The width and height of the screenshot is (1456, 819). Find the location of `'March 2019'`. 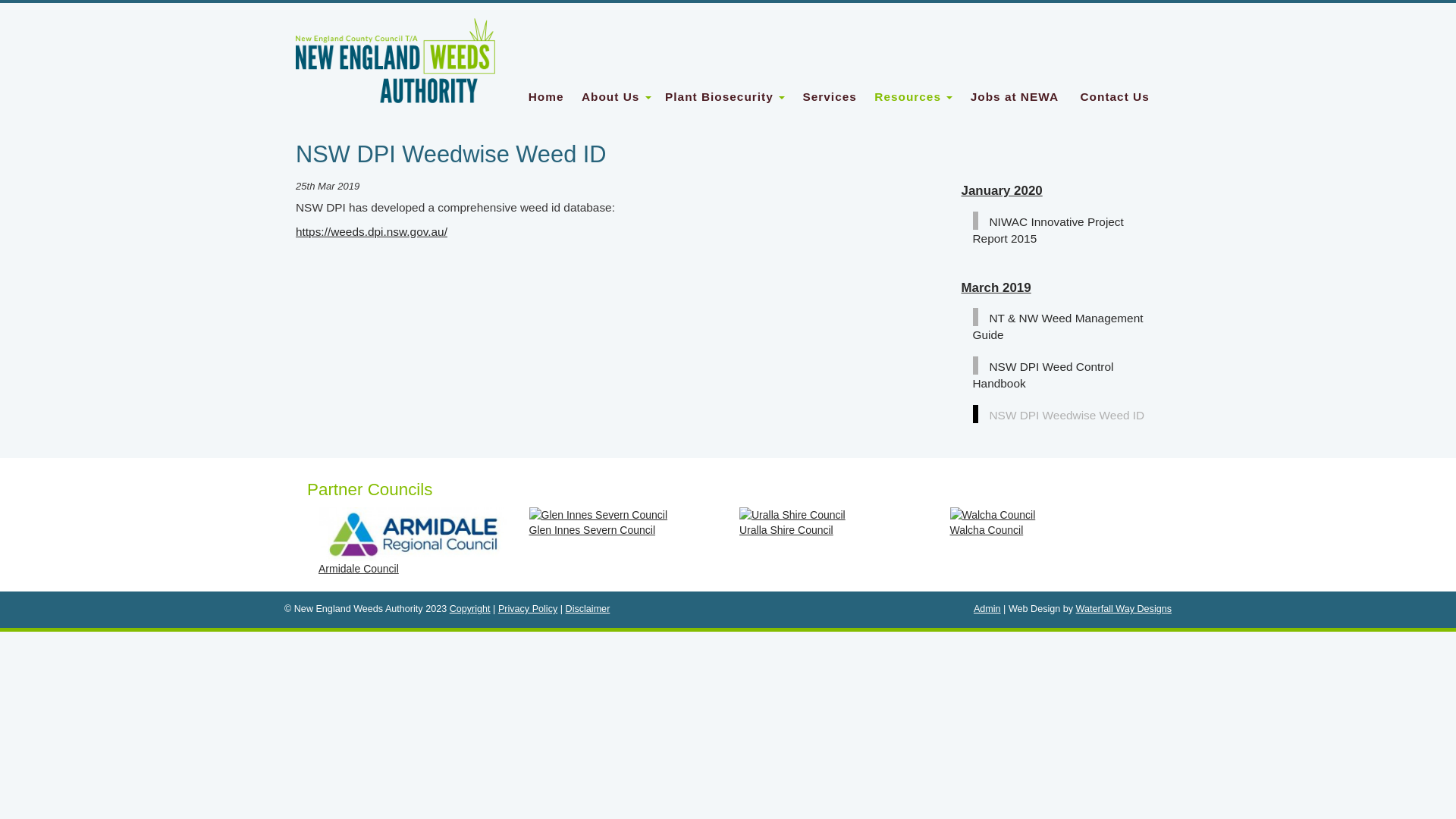

'March 2019' is located at coordinates (996, 287).